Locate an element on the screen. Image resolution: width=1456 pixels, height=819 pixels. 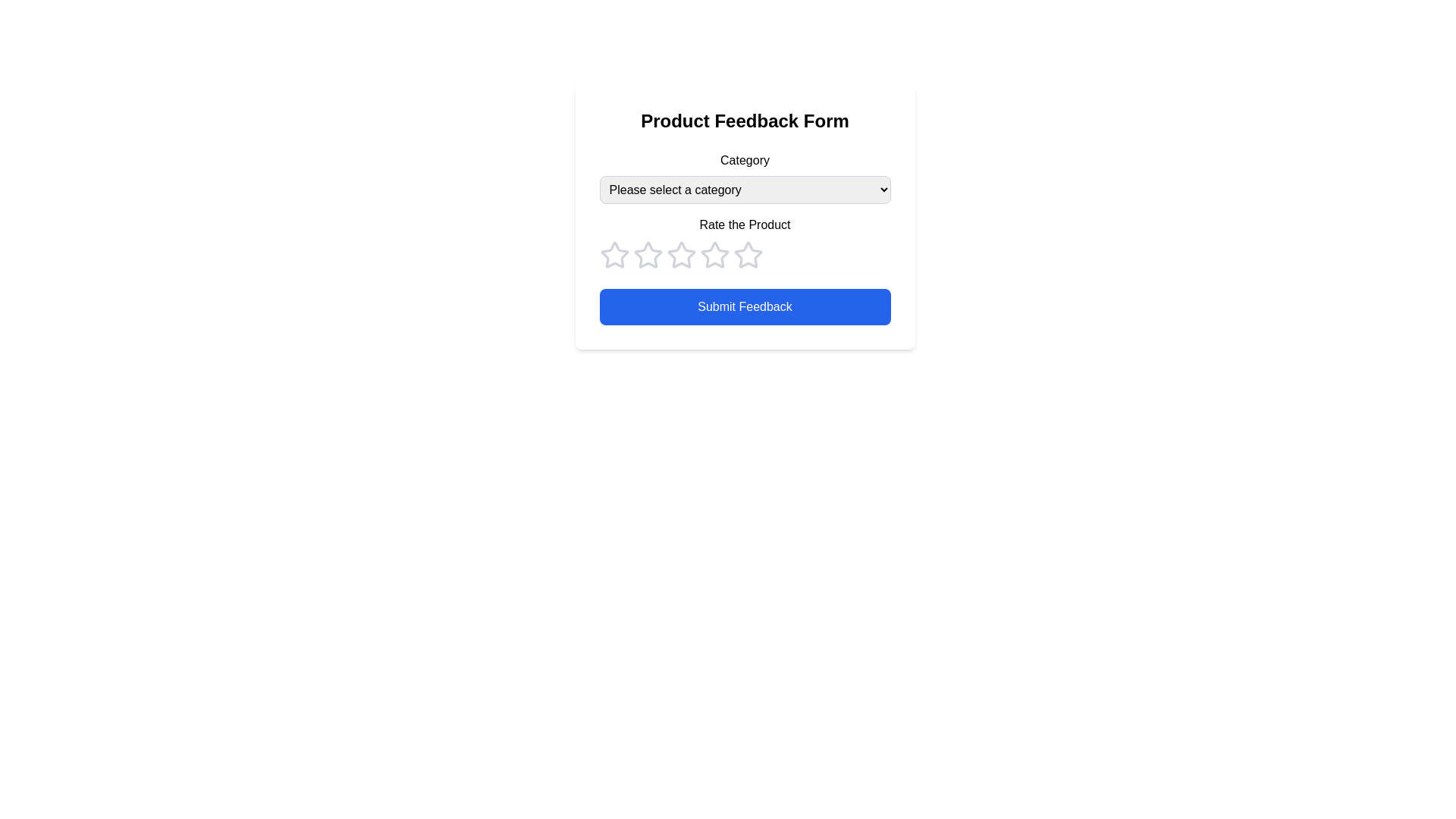
the fifth star-shaped rating icon, which is light gray and interactive is located at coordinates (748, 254).